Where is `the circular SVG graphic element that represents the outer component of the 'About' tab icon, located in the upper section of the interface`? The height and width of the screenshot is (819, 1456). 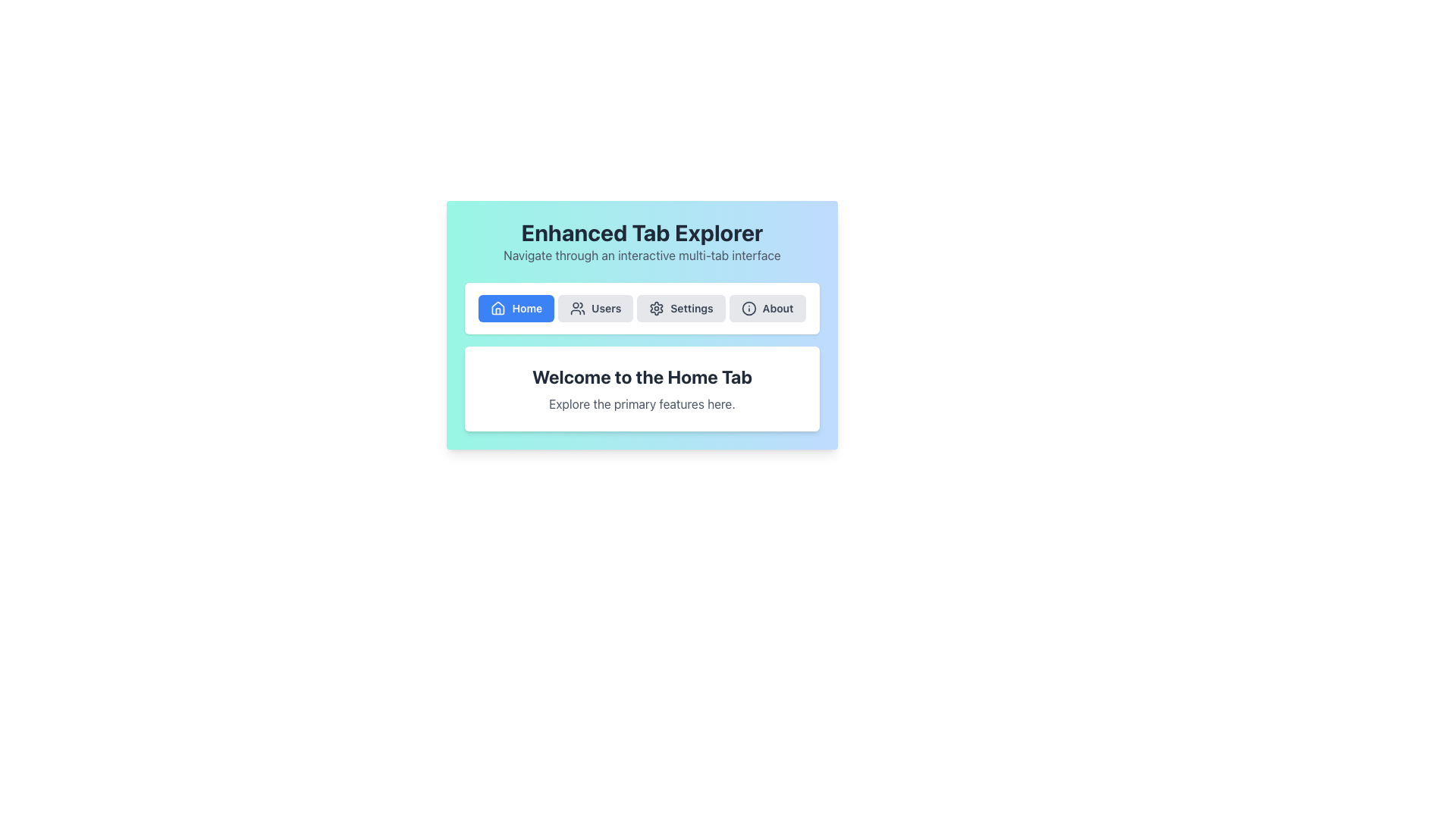
the circular SVG graphic element that represents the outer component of the 'About' tab icon, located in the upper section of the interface is located at coordinates (748, 308).